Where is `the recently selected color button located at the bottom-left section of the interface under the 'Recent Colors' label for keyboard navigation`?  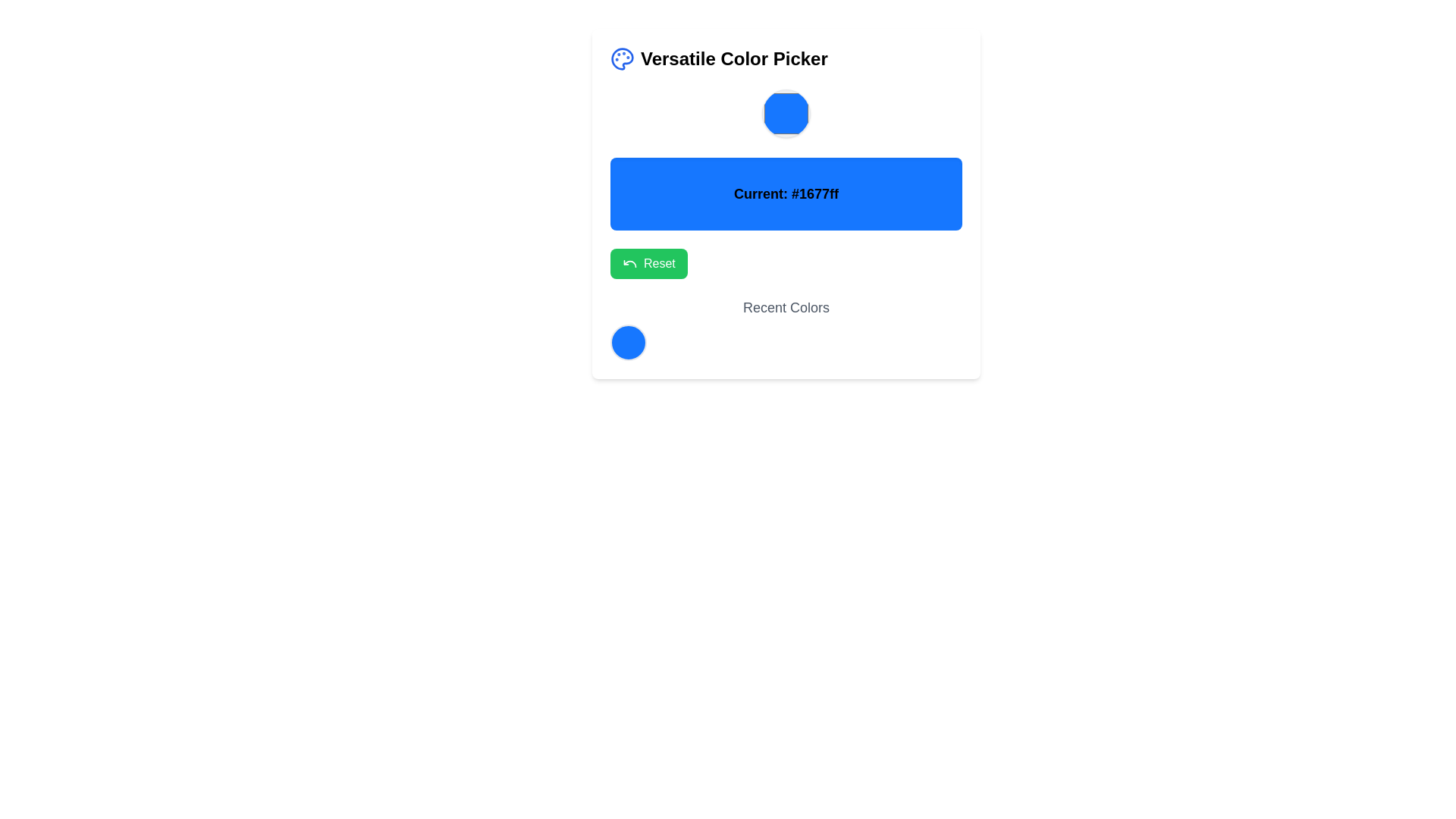
the recently selected color button located at the bottom-left section of the interface under the 'Recent Colors' label for keyboard navigation is located at coordinates (629, 342).